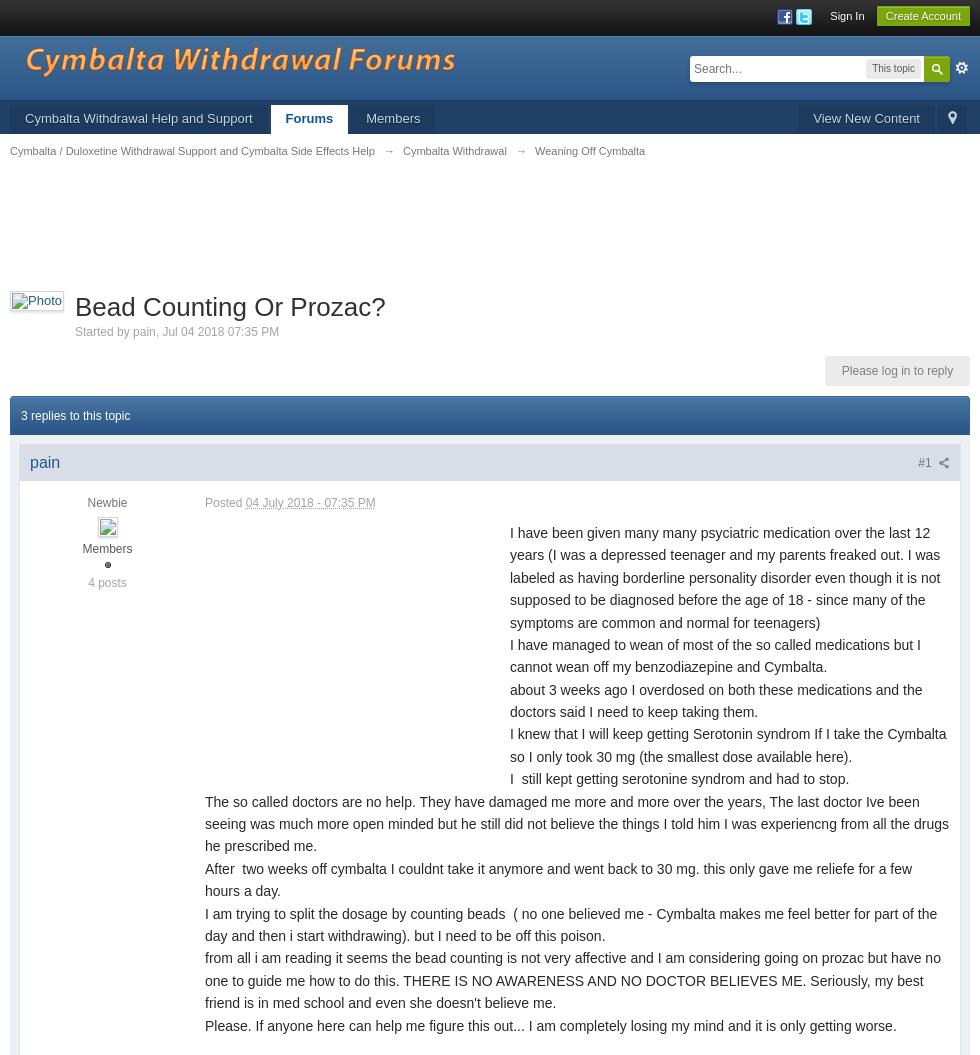 The height and width of the screenshot is (1055, 980). I want to click on 'Newbie', so click(87, 503).